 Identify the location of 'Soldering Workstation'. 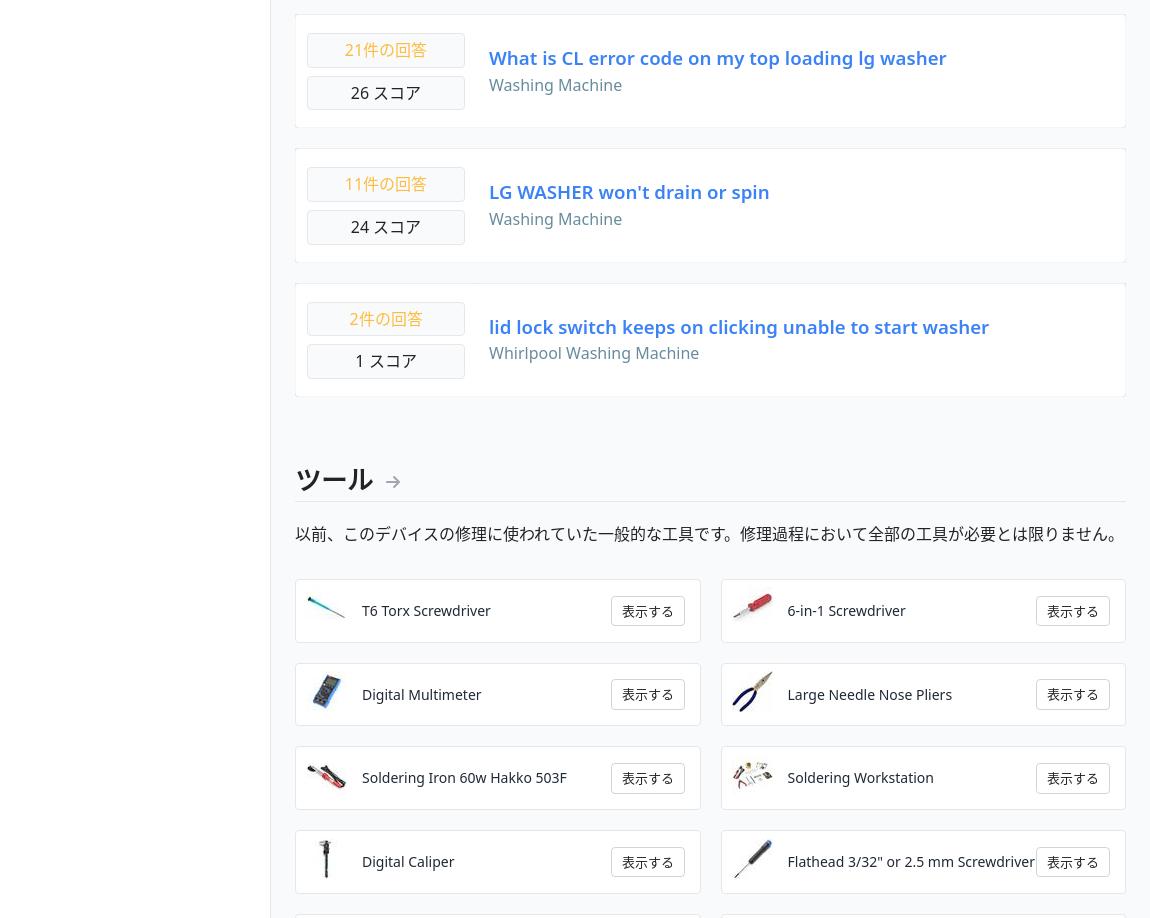
(785, 777).